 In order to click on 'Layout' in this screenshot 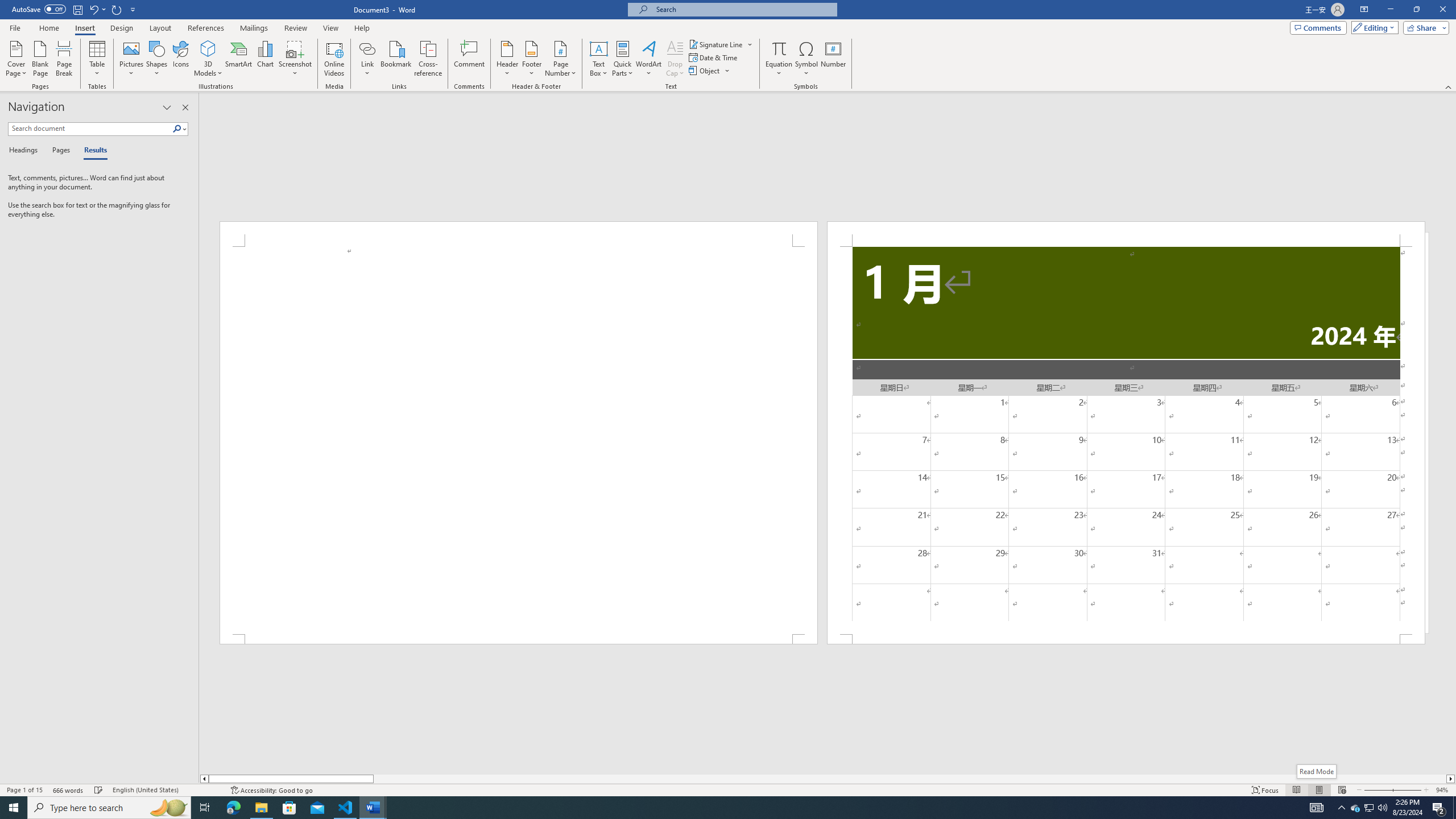, I will do `click(160, 28)`.